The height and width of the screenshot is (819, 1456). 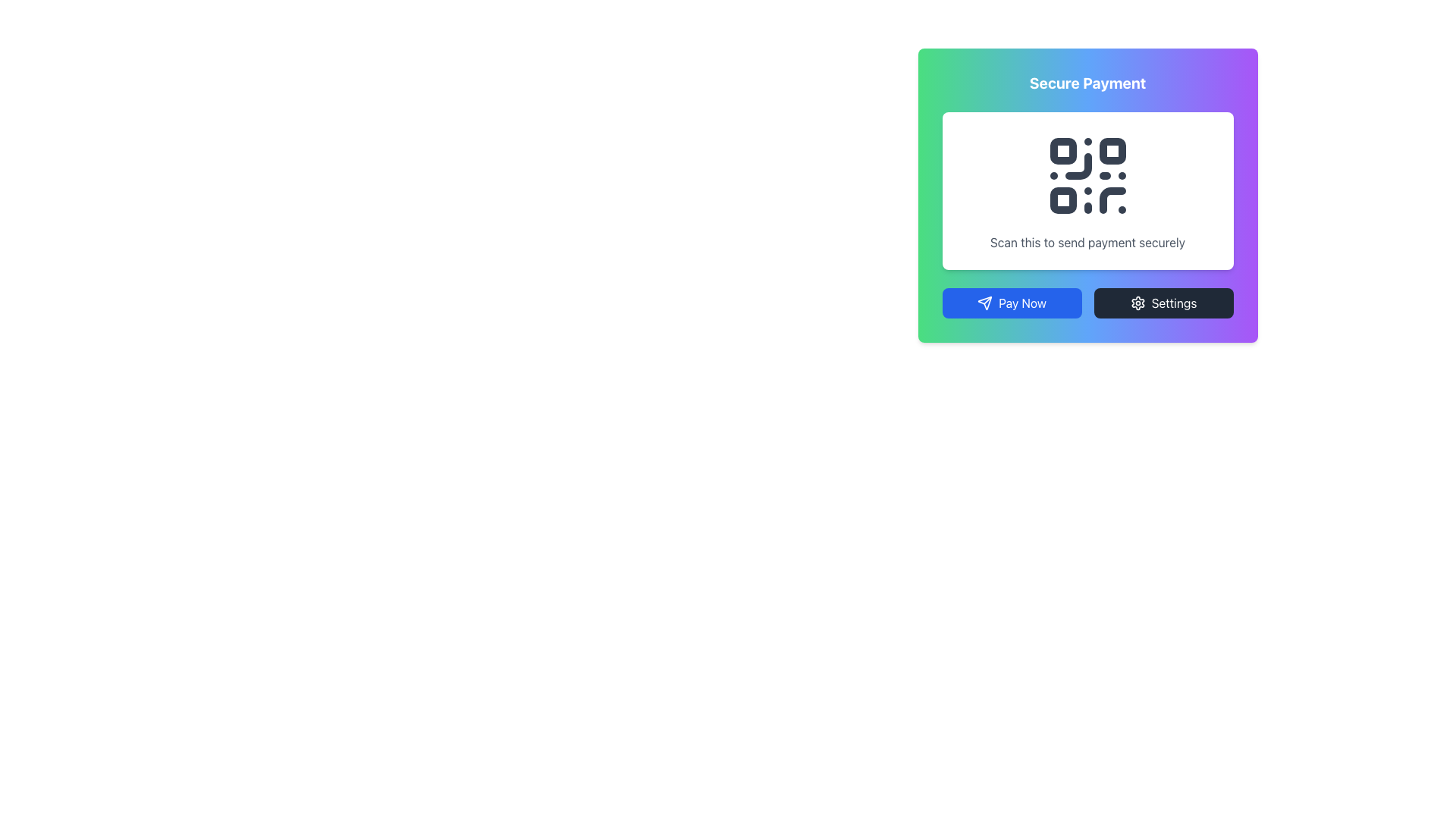 What do you see at coordinates (1062, 151) in the screenshot?
I see `the first square of the QR code, which is part of the SVG rectangle for secure payment scanning located at the top-left corner of the QR code pattern` at bounding box center [1062, 151].